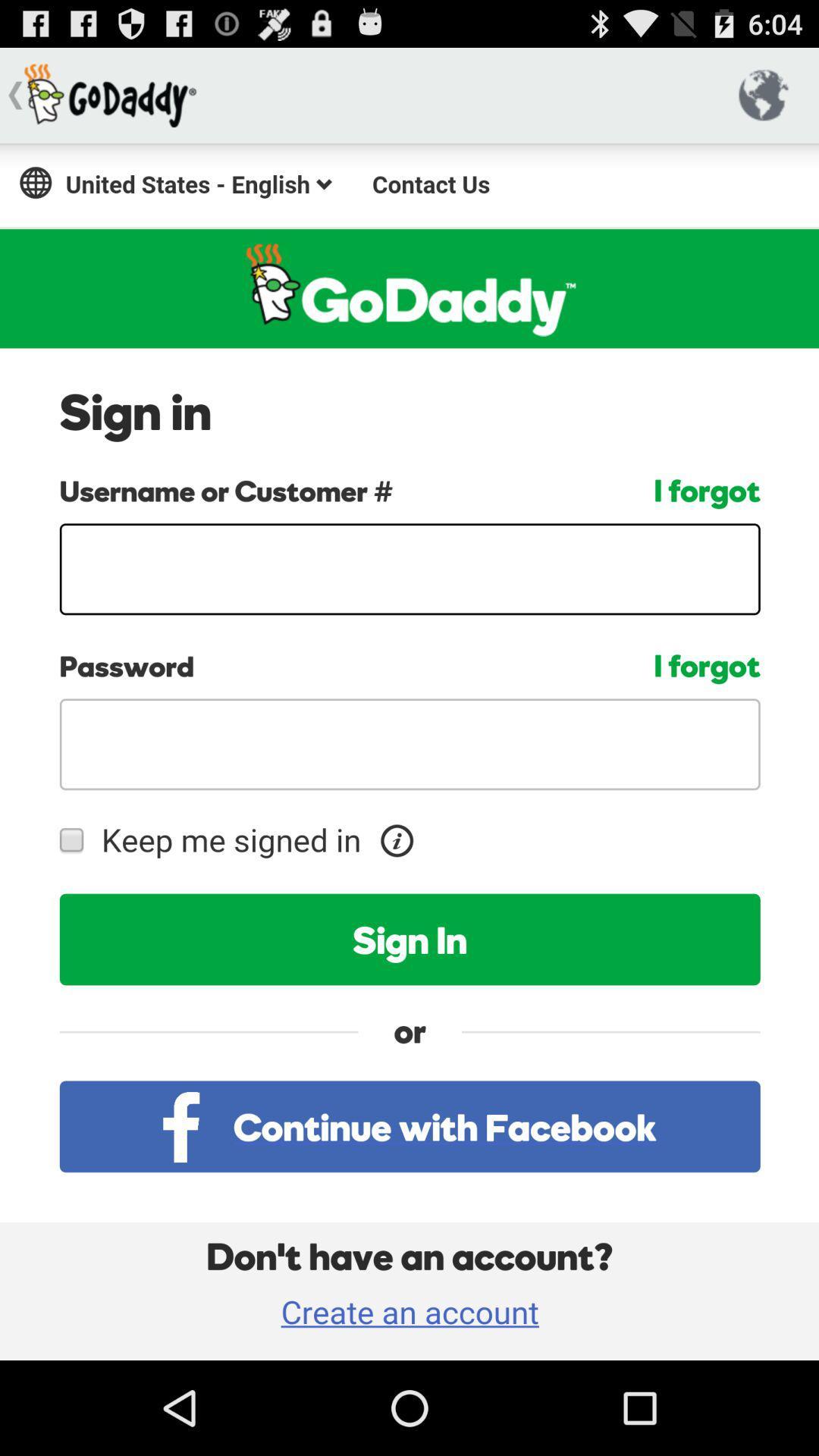 This screenshot has width=819, height=1456. I want to click on account, so click(409, 752).